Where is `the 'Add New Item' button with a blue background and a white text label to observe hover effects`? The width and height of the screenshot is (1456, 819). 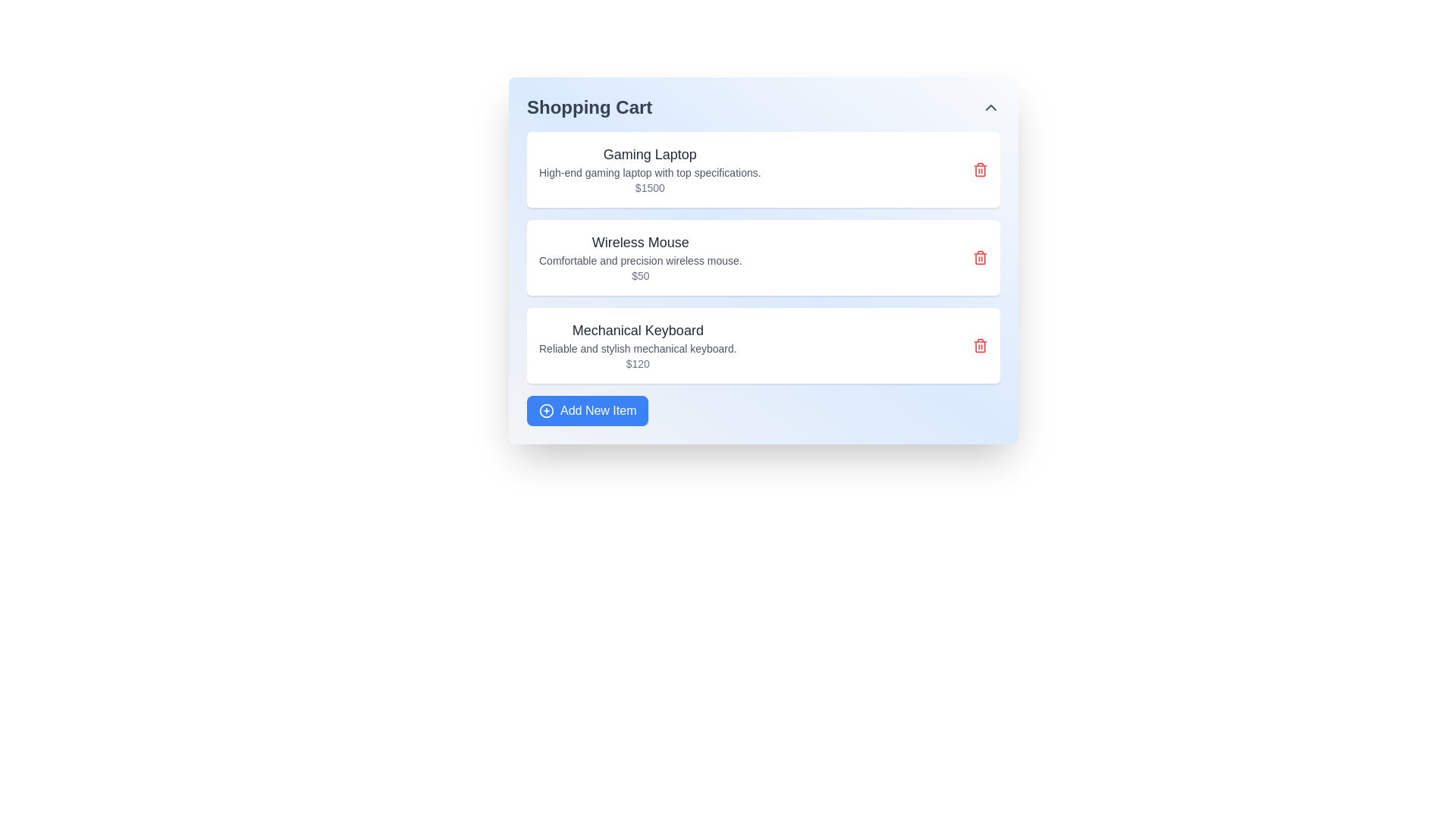 the 'Add New Item' button with a blue background and a white text label to observe hover effects is located at coordinates (587, 411).